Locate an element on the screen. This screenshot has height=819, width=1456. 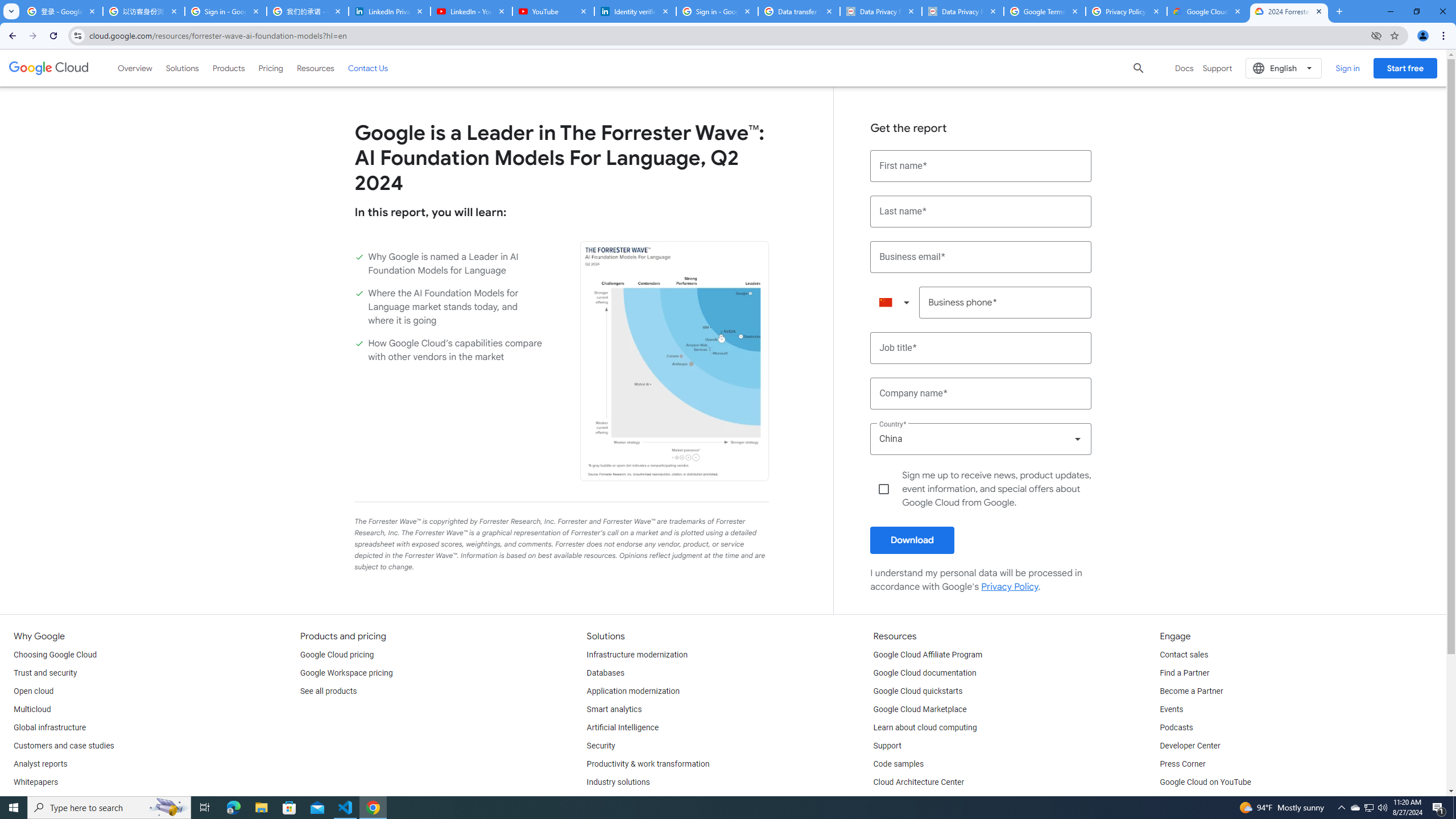
'Google Cloud Tech on YouTube' is located at coordinates (1215, 801).